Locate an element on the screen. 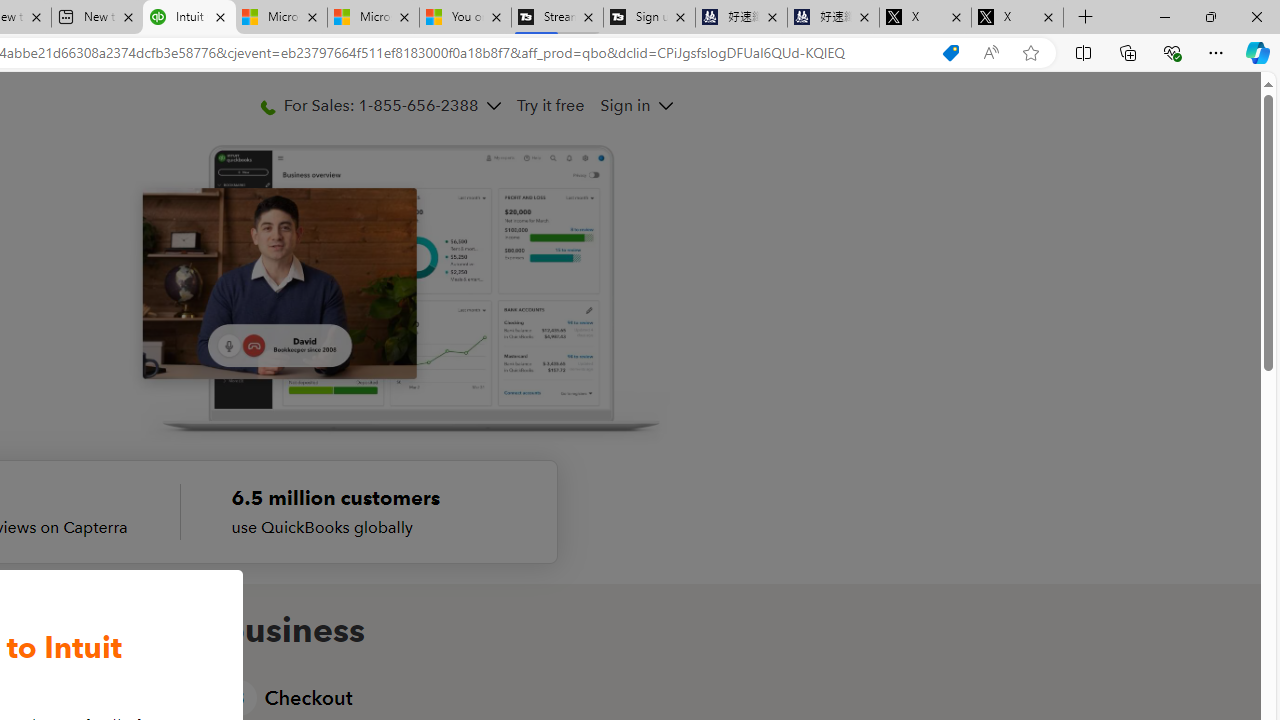 This screenshot has height=720, width=1280. 'For Sales: 1-855-656-2388' is located at coordinates (380, 105).